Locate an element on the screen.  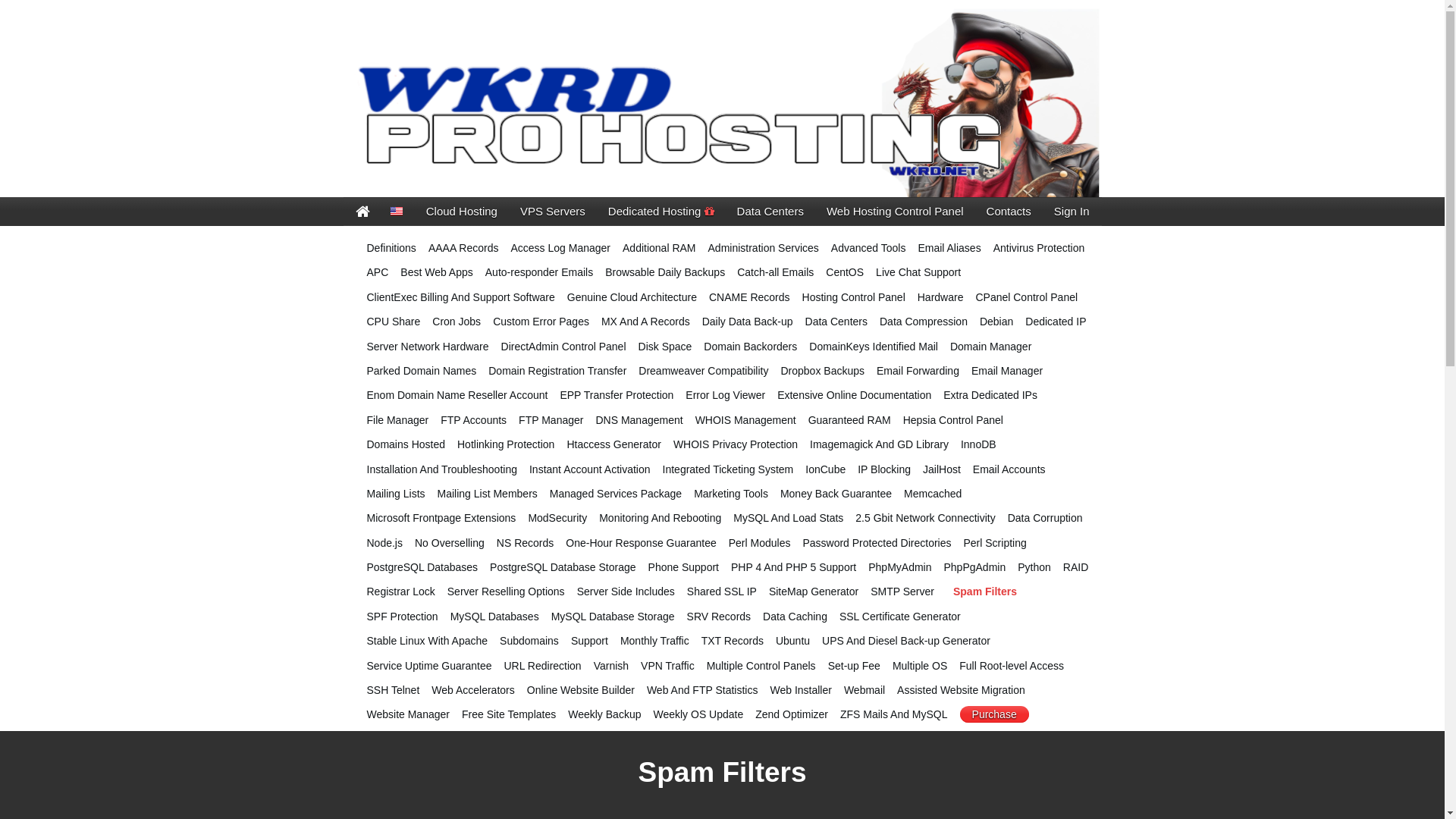
'Dreamweaver Compatibility' is located at coordinates (638, 371).